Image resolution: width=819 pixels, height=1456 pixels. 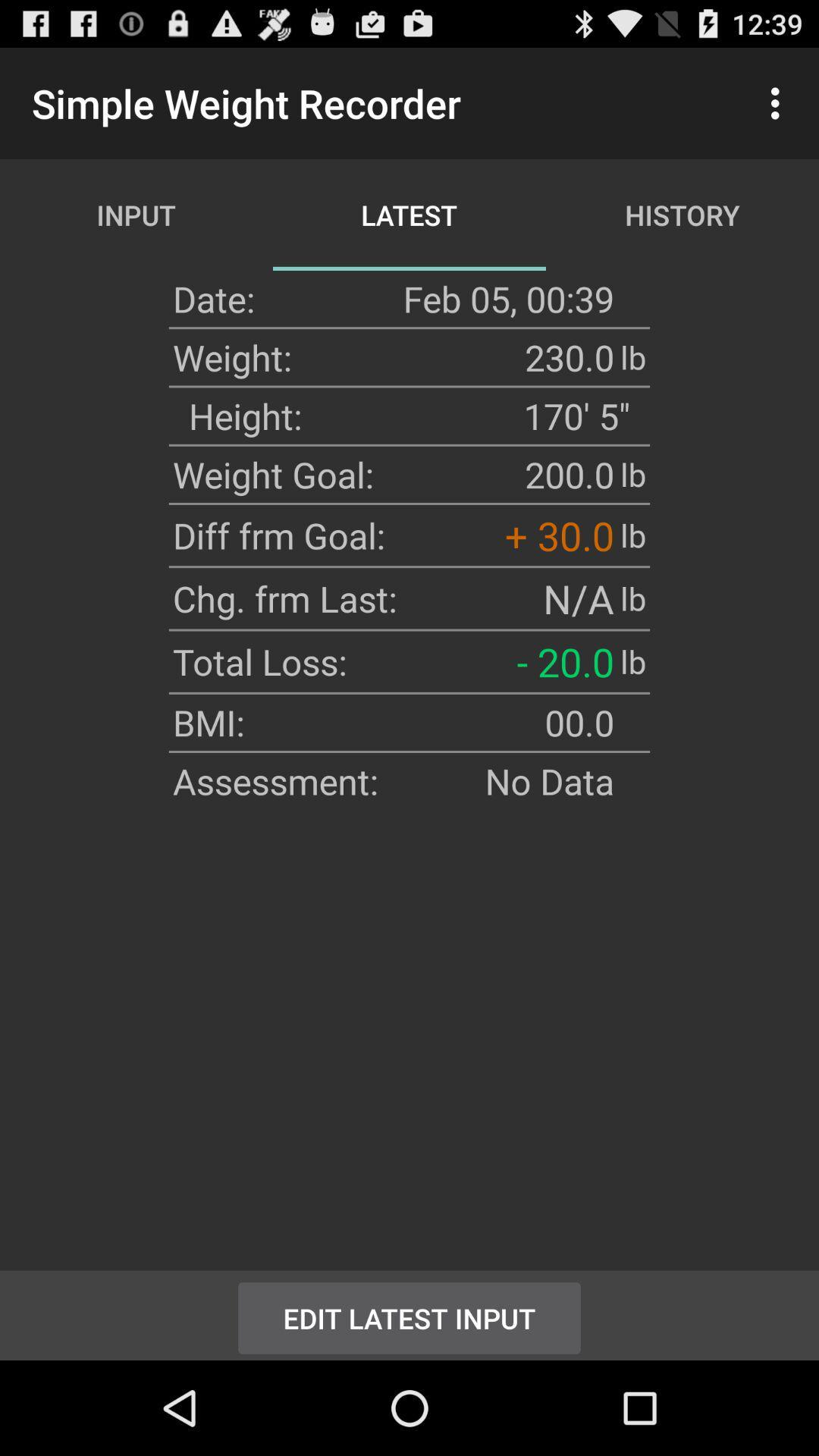 I want to click on edit latest input icon, so click(x=409, y=1314).